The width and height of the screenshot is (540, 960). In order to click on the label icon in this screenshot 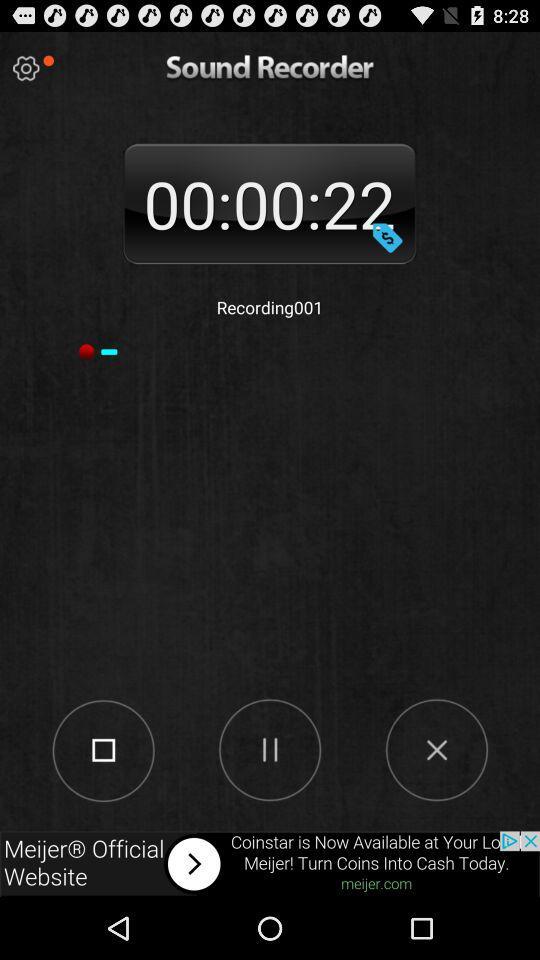, I will do `click(387, 253)`.